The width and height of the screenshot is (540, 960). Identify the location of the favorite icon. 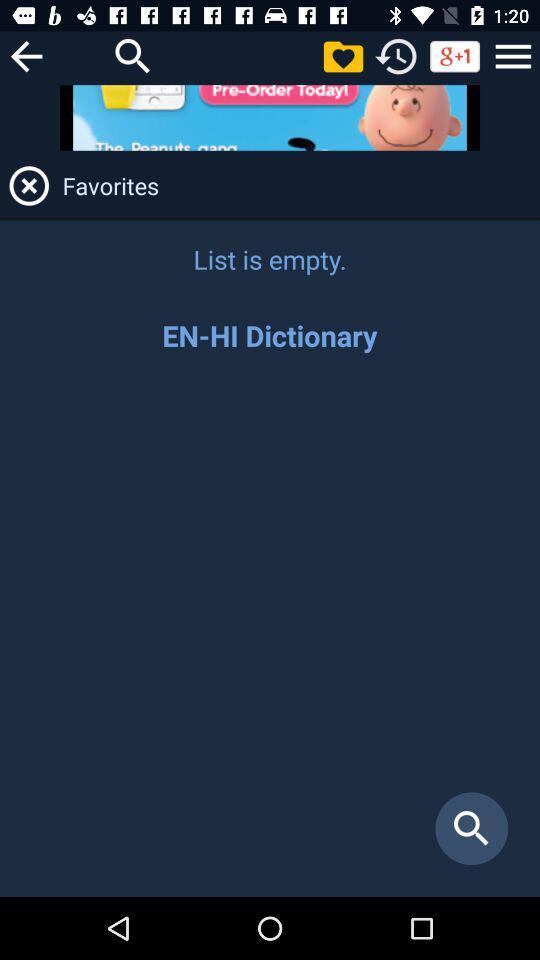
(342, 55).